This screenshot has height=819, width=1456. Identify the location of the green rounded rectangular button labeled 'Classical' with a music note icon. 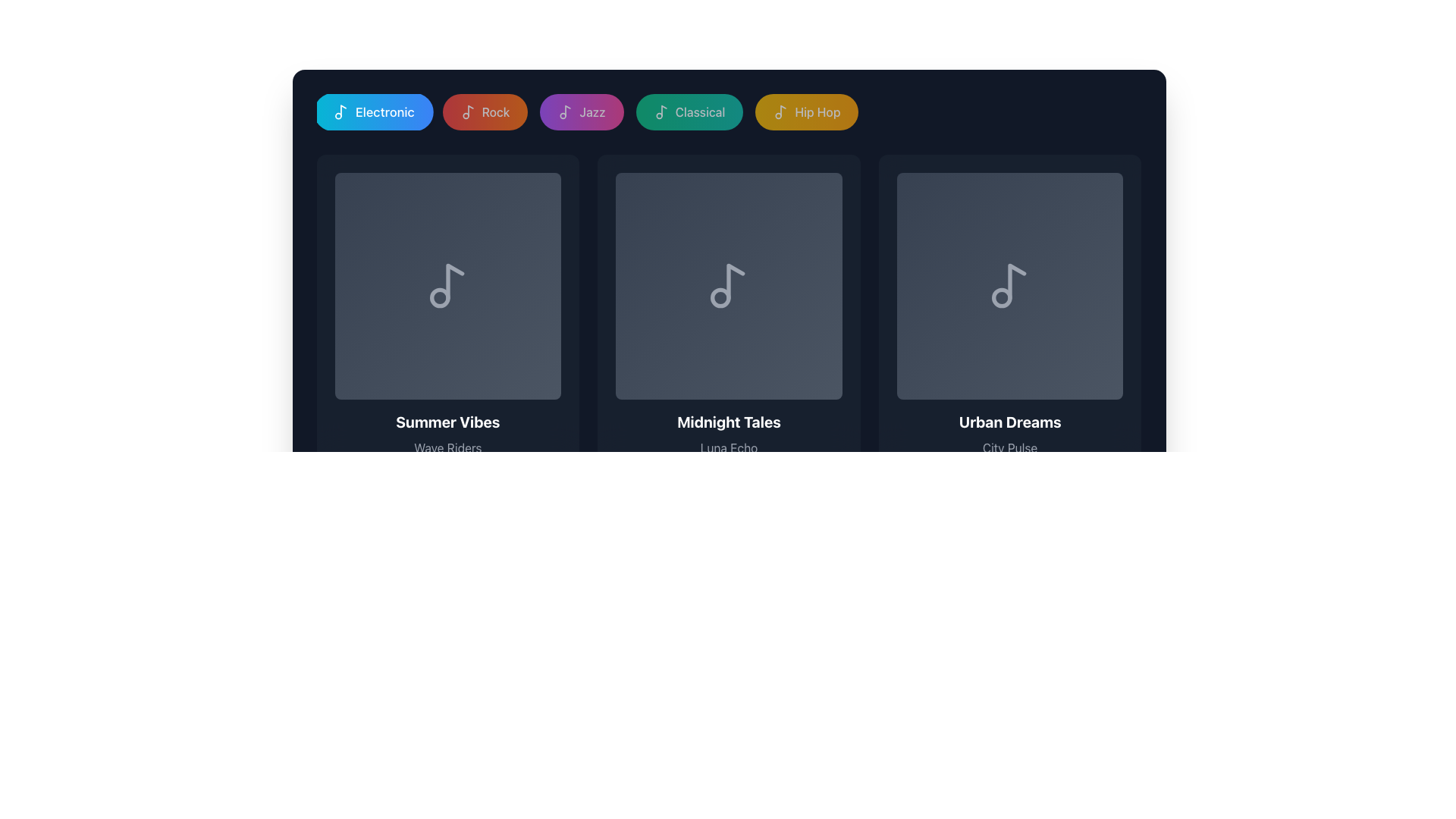
(729, 111).